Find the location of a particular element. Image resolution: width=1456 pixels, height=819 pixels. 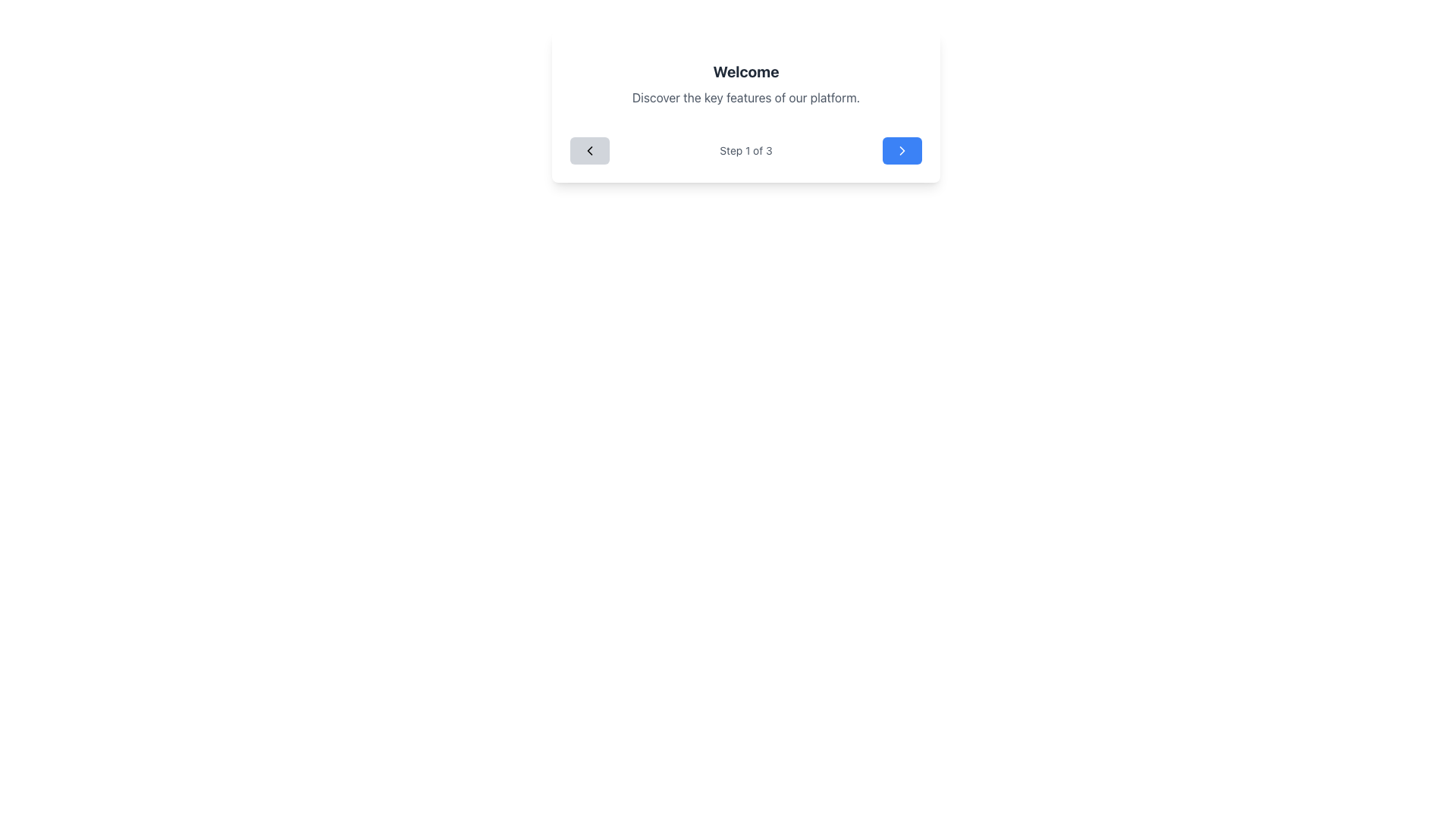

the text label that serves as a title or introductory text, positioned above the text 'Discover the key features of our platform.' is located at coordinates (745, 72).